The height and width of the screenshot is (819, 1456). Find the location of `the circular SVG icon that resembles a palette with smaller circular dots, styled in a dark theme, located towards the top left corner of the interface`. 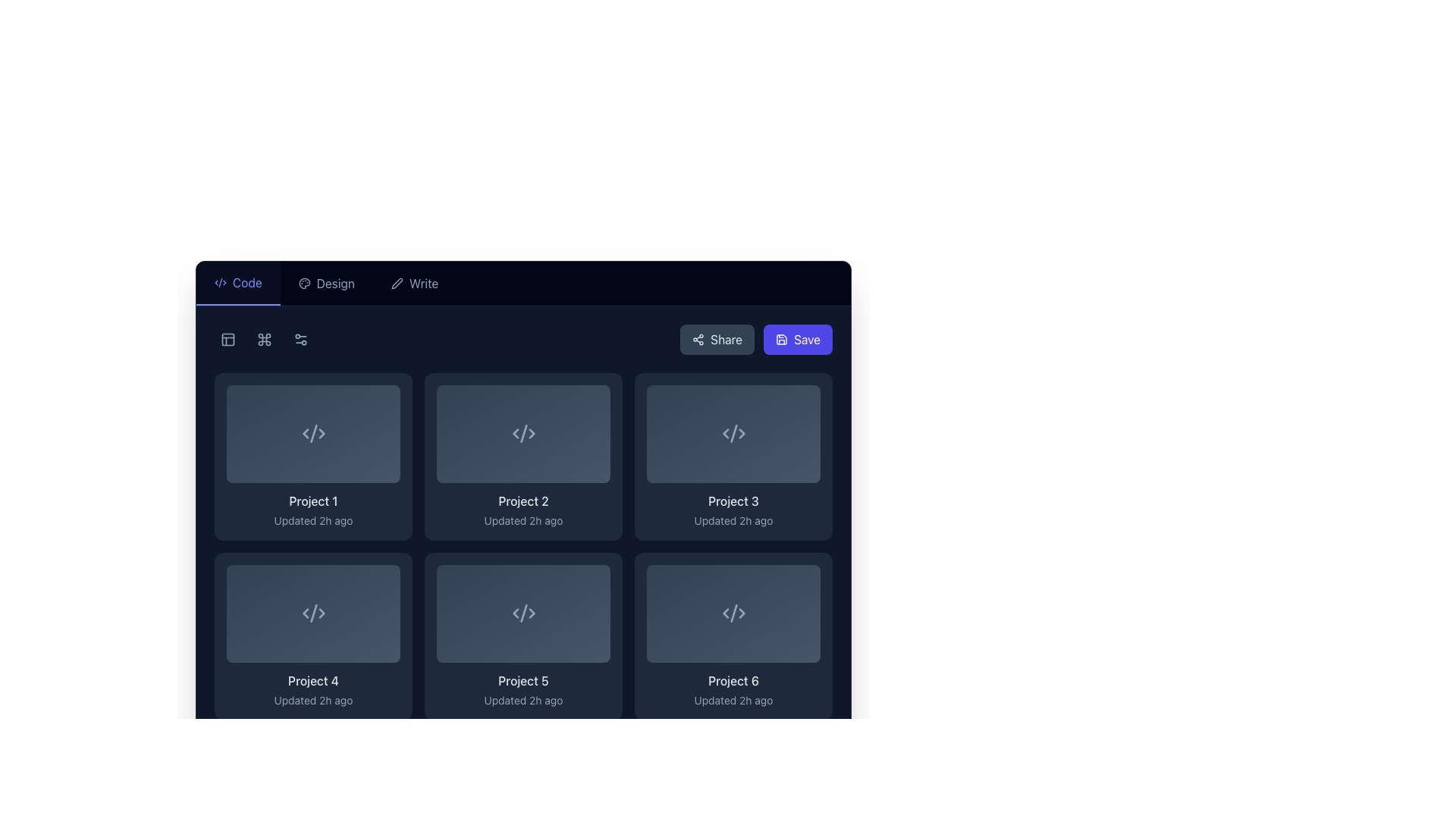

the circular SVG icon that resembles a palette with smaller circular dots, styled in a dark theme, located towards the top left corner of the interface is located at coordinates (303, 284).